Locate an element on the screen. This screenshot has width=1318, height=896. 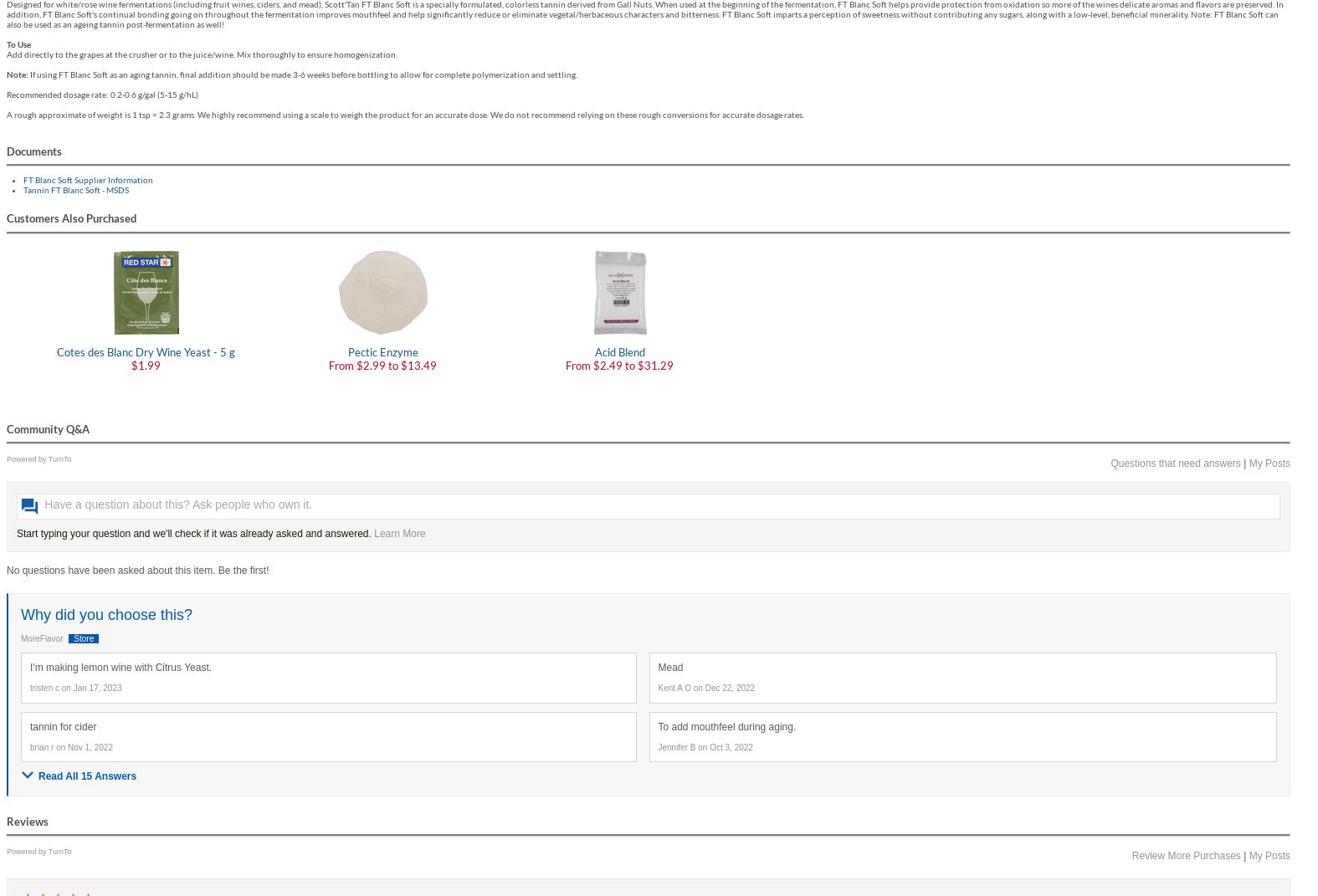
'Review More Purchases' is located at coordinates (1185, 854).